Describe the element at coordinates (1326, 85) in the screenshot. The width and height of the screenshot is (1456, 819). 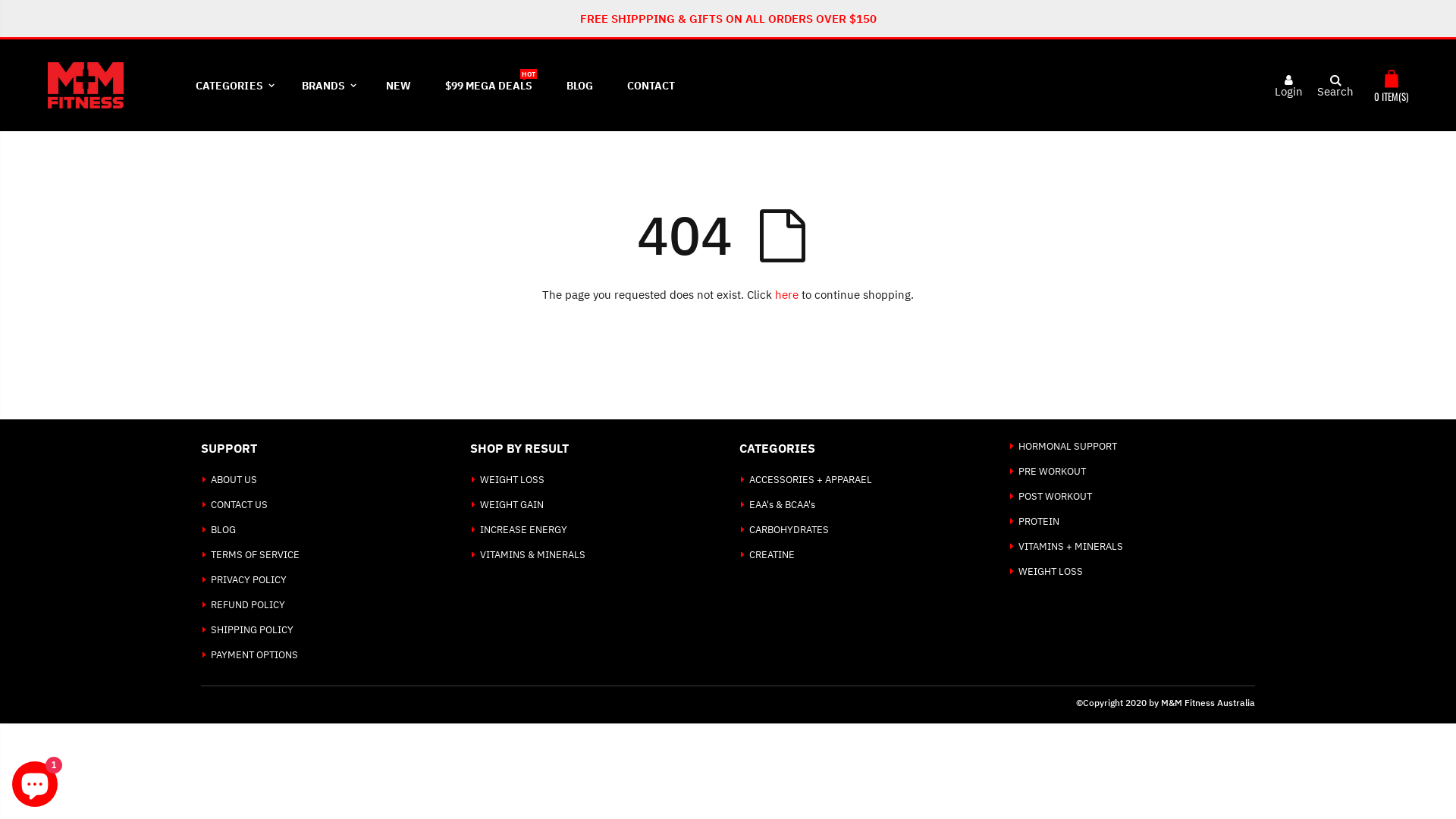
I see `'Search'` at that location.